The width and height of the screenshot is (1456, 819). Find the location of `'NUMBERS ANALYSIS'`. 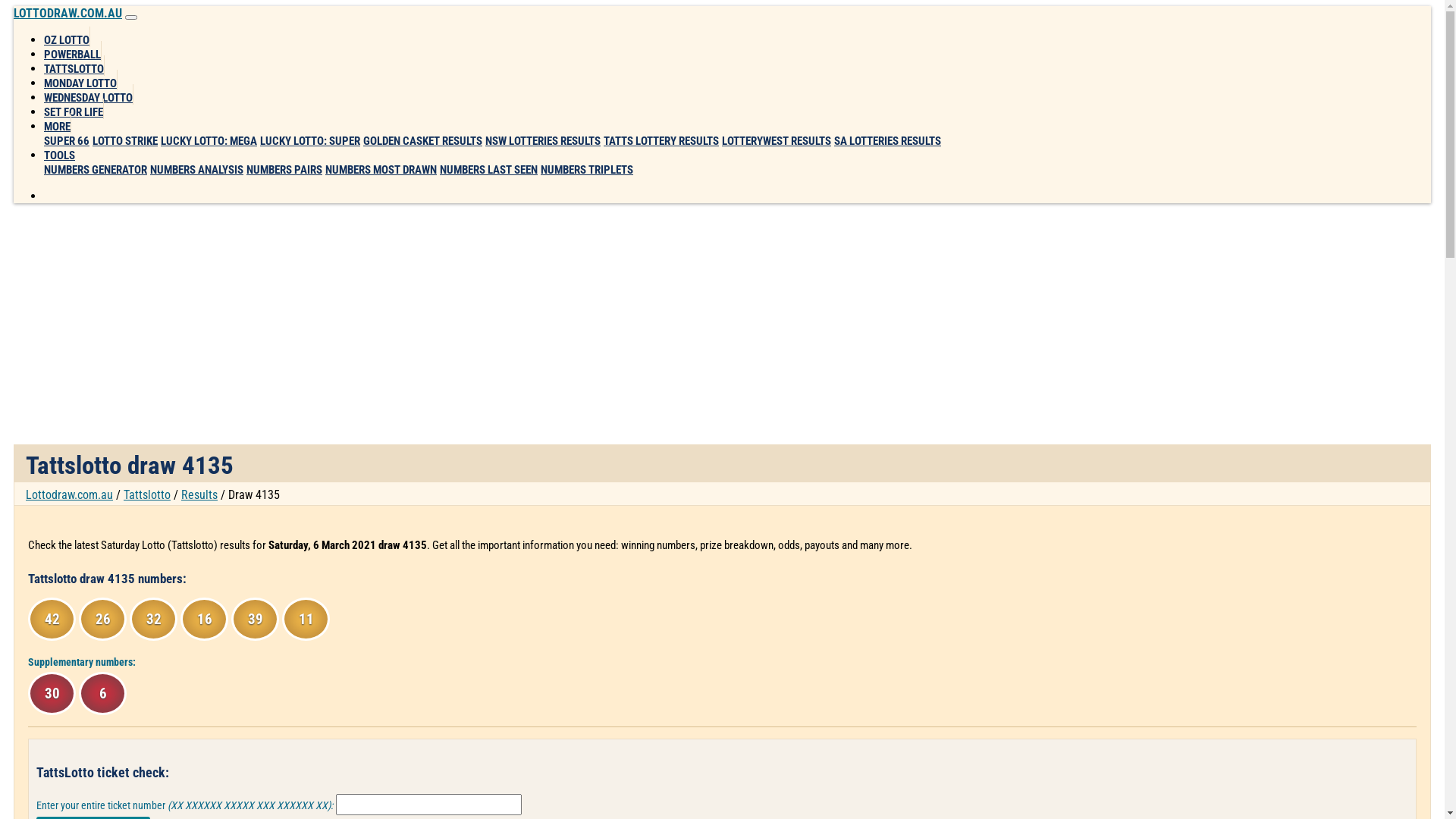

'NUMBERS ANALYSIS' is located at coordinates (196, 169).